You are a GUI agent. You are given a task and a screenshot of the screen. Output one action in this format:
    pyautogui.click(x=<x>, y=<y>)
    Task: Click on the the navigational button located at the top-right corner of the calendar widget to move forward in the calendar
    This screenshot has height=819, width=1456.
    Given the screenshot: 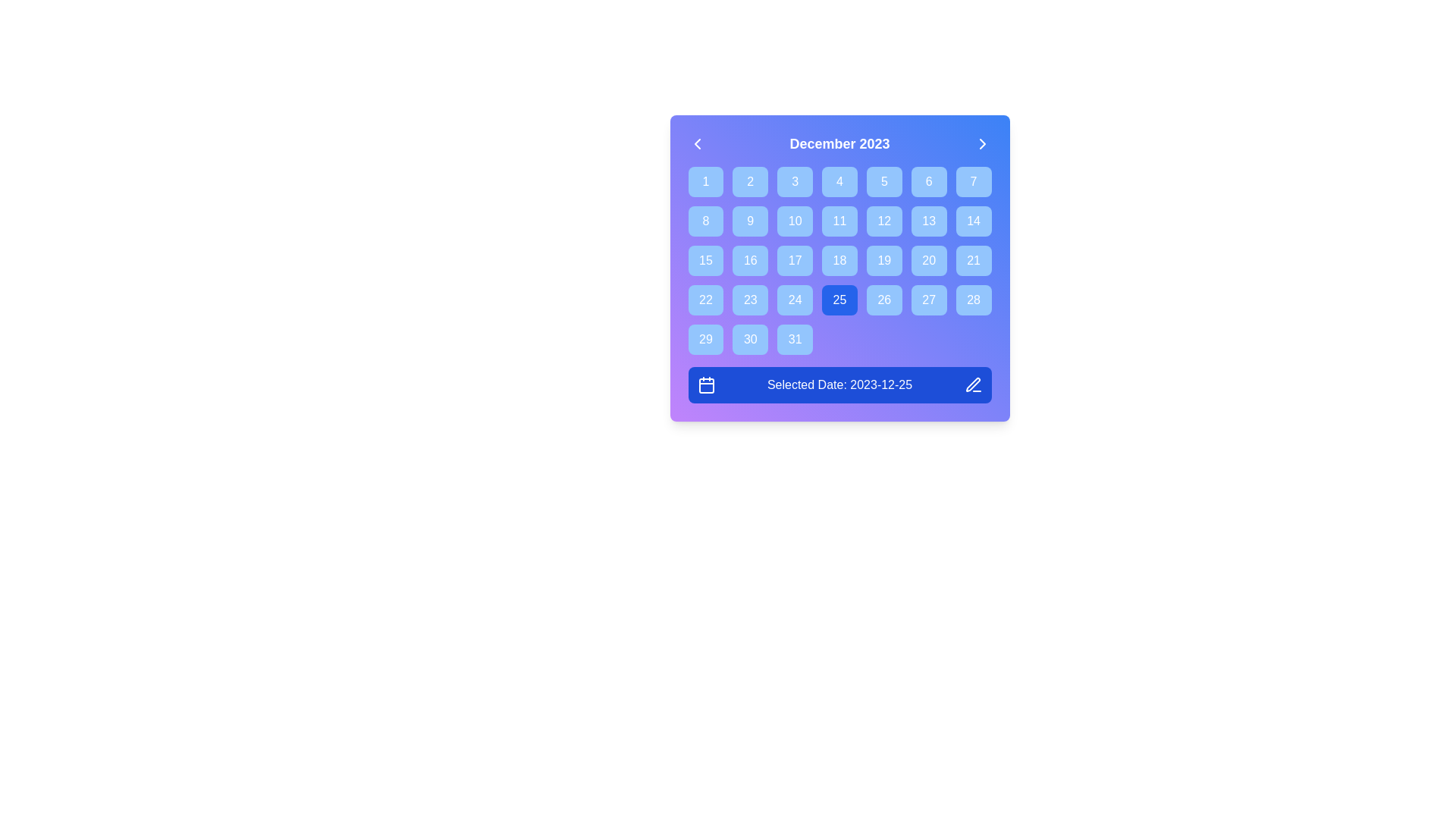 What is the action you would take?
    pyautogui.click(x=982, y=143)
    